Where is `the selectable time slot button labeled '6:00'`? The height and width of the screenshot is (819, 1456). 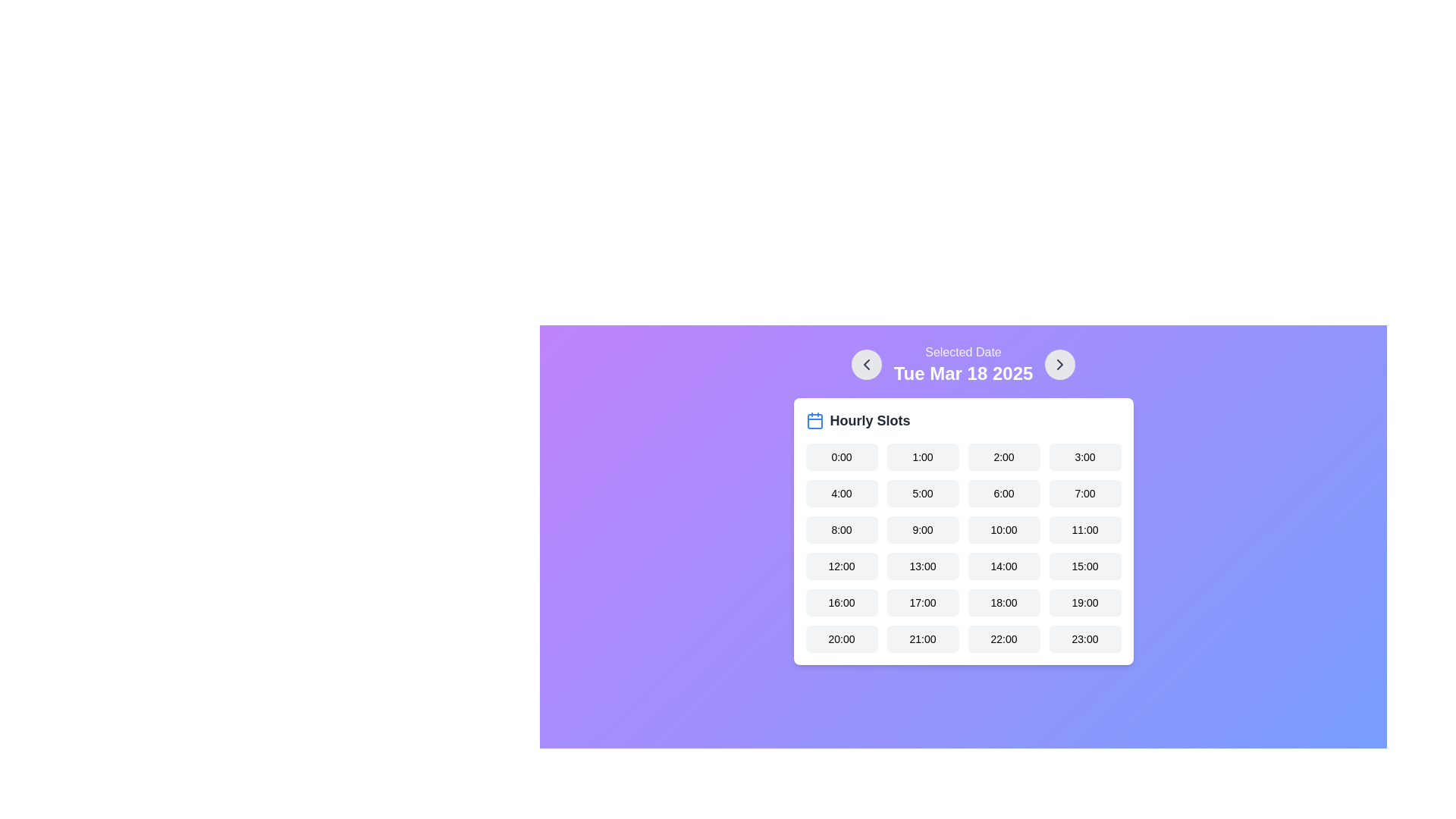 the selectable time slot button labeled '6:00' is located at coordinates (1004, 494).